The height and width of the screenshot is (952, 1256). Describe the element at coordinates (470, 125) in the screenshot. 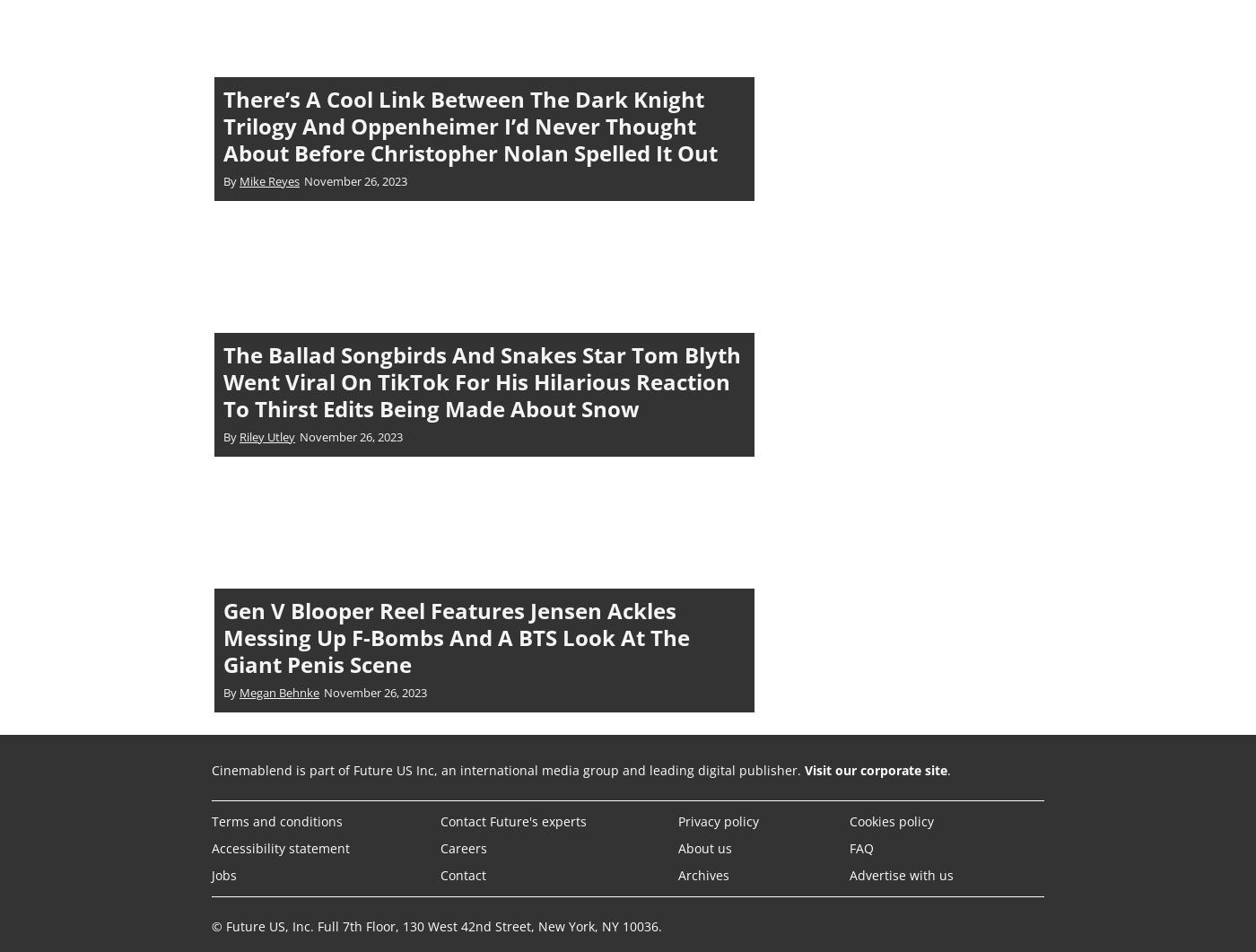

I see `'There’s A Cool Link Between The Dark Knight Trilogy And Oppenheimer I’d Never Thought About Before Christopher Nolan Spelled It Out'` at that location.